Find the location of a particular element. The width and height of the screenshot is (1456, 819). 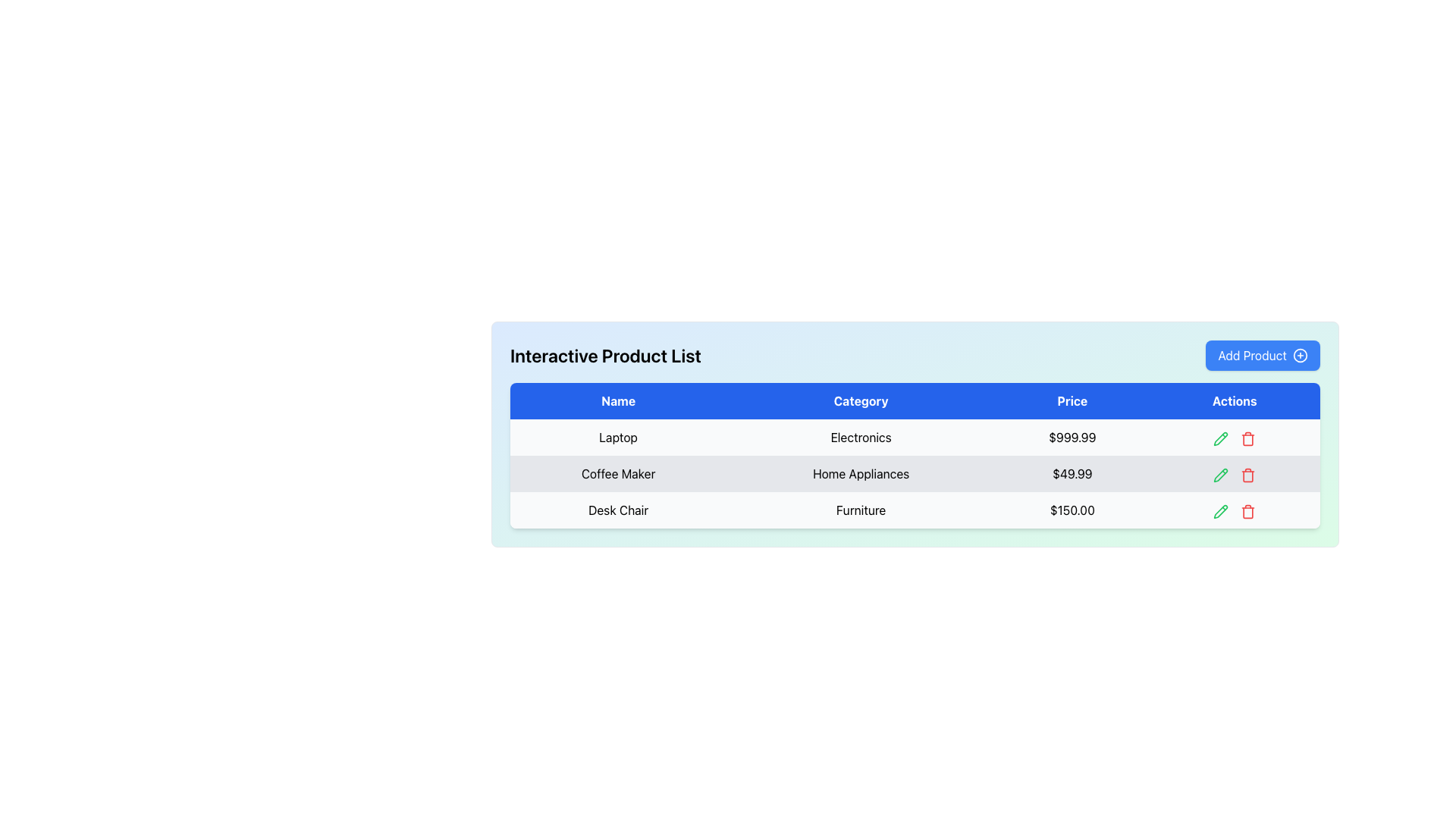

the edit icon button located in the rightmost 'Actions' column of the first row in the table is located at coordinates (1221, 438).